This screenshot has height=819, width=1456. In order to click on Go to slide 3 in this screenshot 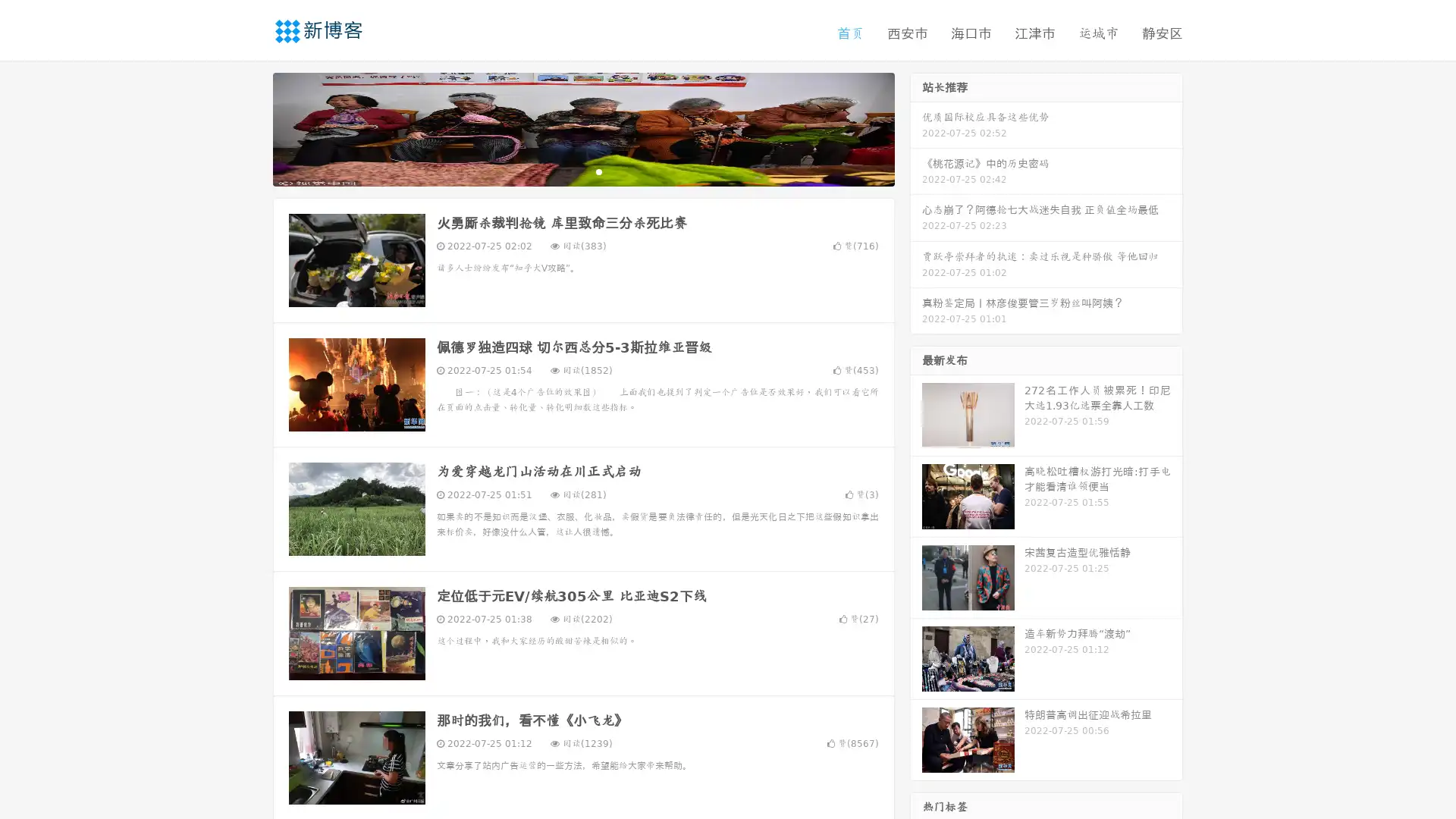, I will do `click(598, 171)`.